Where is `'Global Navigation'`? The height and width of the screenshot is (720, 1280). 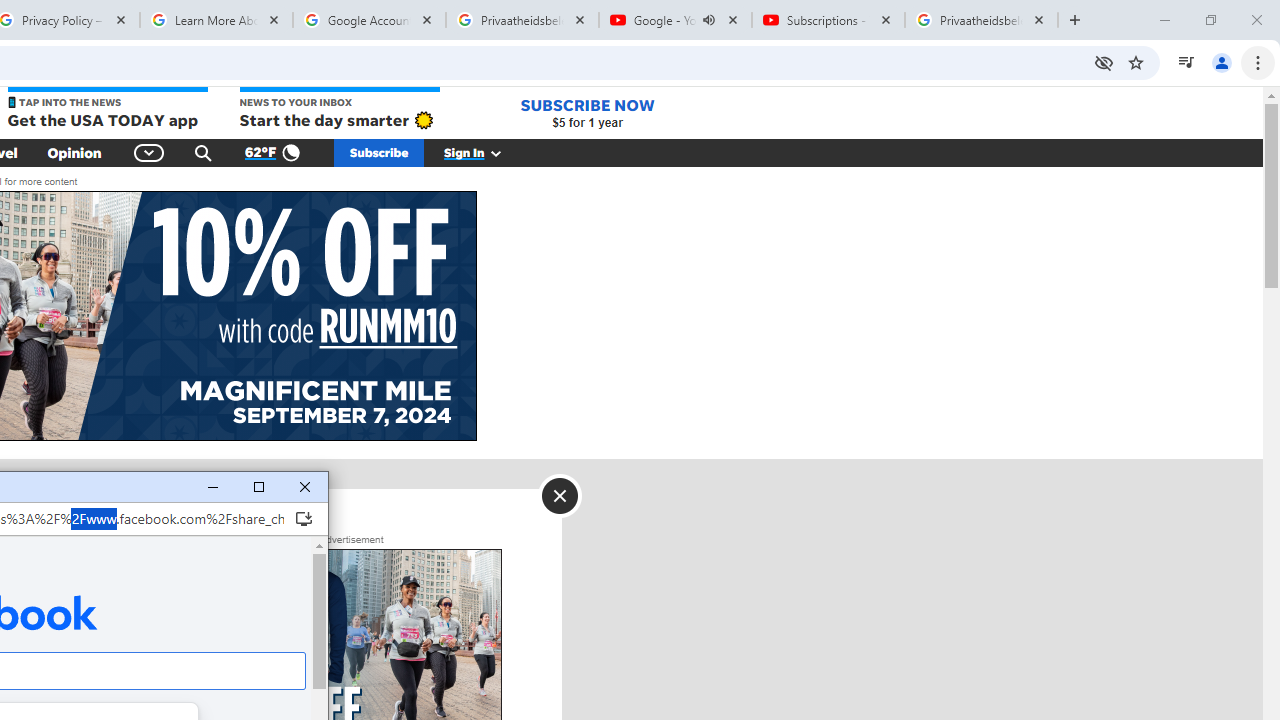
'Global Navigation' is located at coordinates (148, 152).